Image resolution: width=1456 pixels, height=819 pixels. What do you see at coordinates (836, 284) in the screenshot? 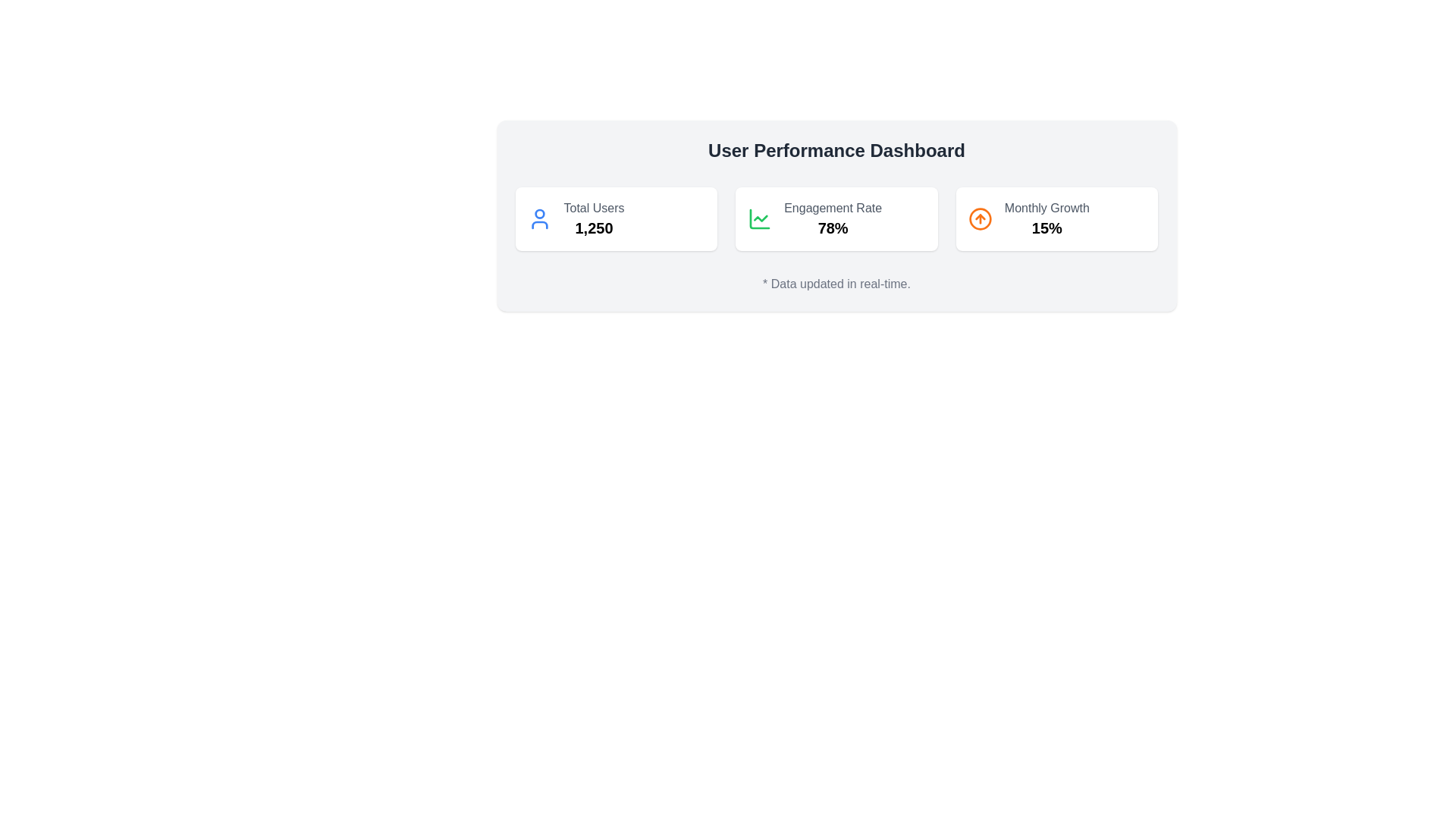
I see `the text label that reads '* Data updated in real-time.' located at the bottom of the User Performance Dashboard` at bounding box center [836, 284].